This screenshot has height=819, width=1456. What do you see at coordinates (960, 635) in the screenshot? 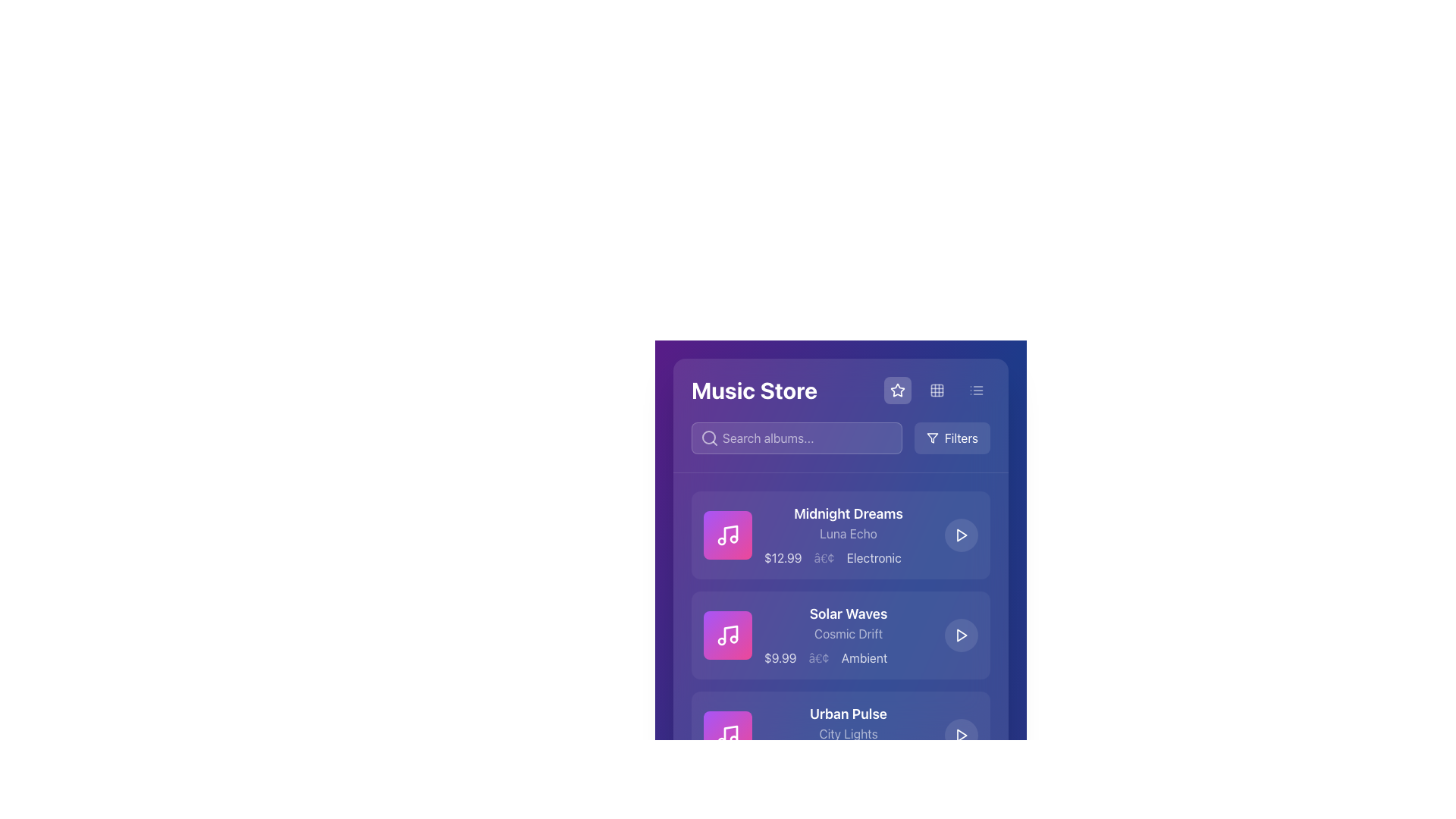
I see `the triangular play icon button located in the third row of the 'Solar Waves' album entry for tooltip or highlight` at bounding box center [960, 635].